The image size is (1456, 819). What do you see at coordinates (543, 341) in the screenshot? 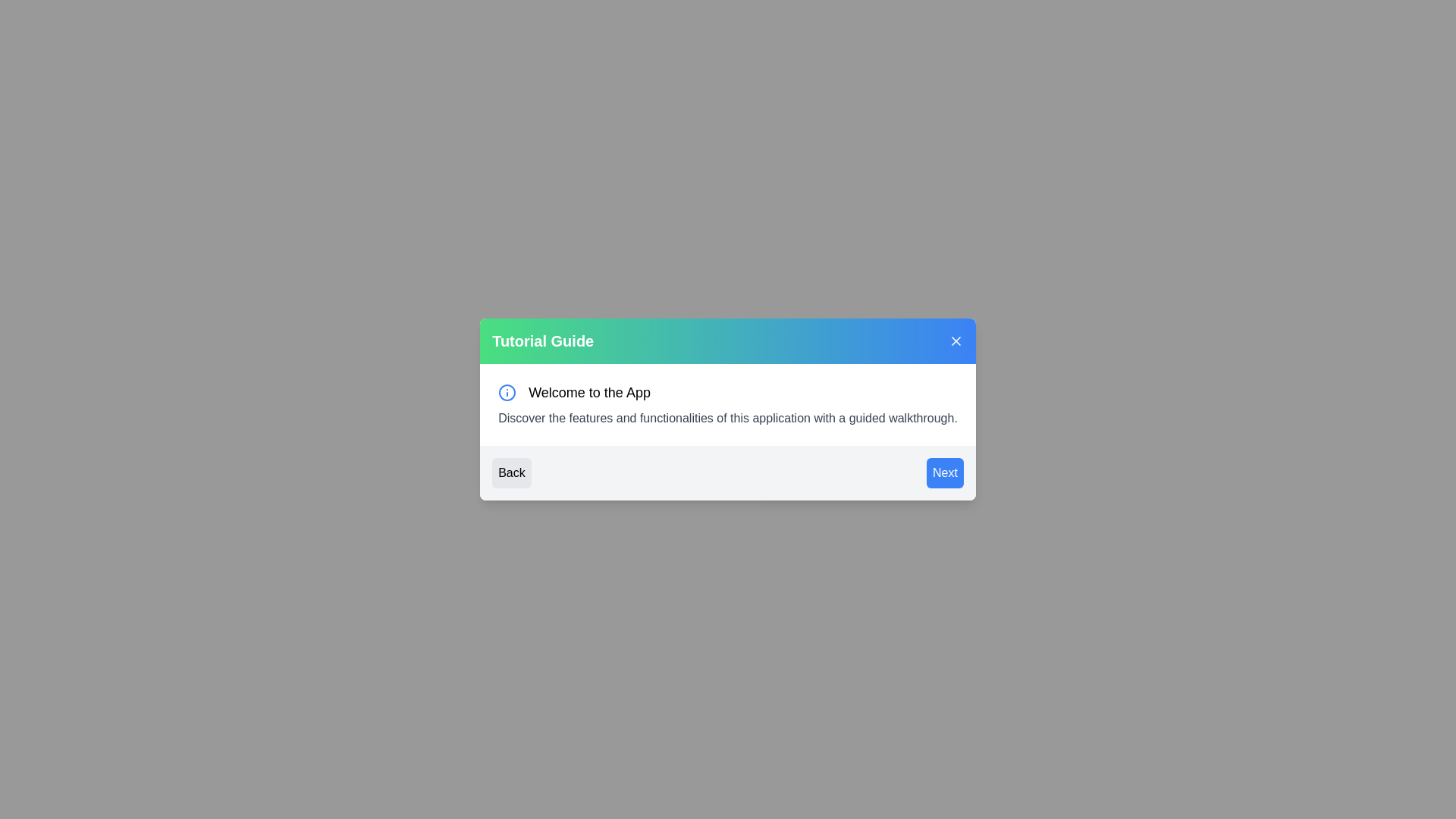
I see `the 'Tutorial Guide' text label, which is a bold, large-sized component located in the upper-left corner of a gradient-colored header bar` at bounding box center [543, 341].